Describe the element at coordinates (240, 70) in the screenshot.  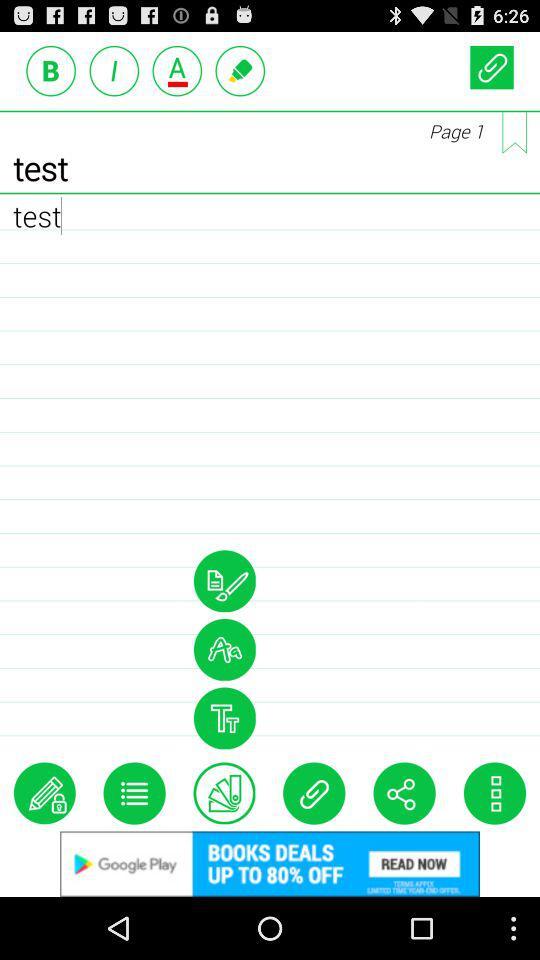
I see `use highlighter` at that location.